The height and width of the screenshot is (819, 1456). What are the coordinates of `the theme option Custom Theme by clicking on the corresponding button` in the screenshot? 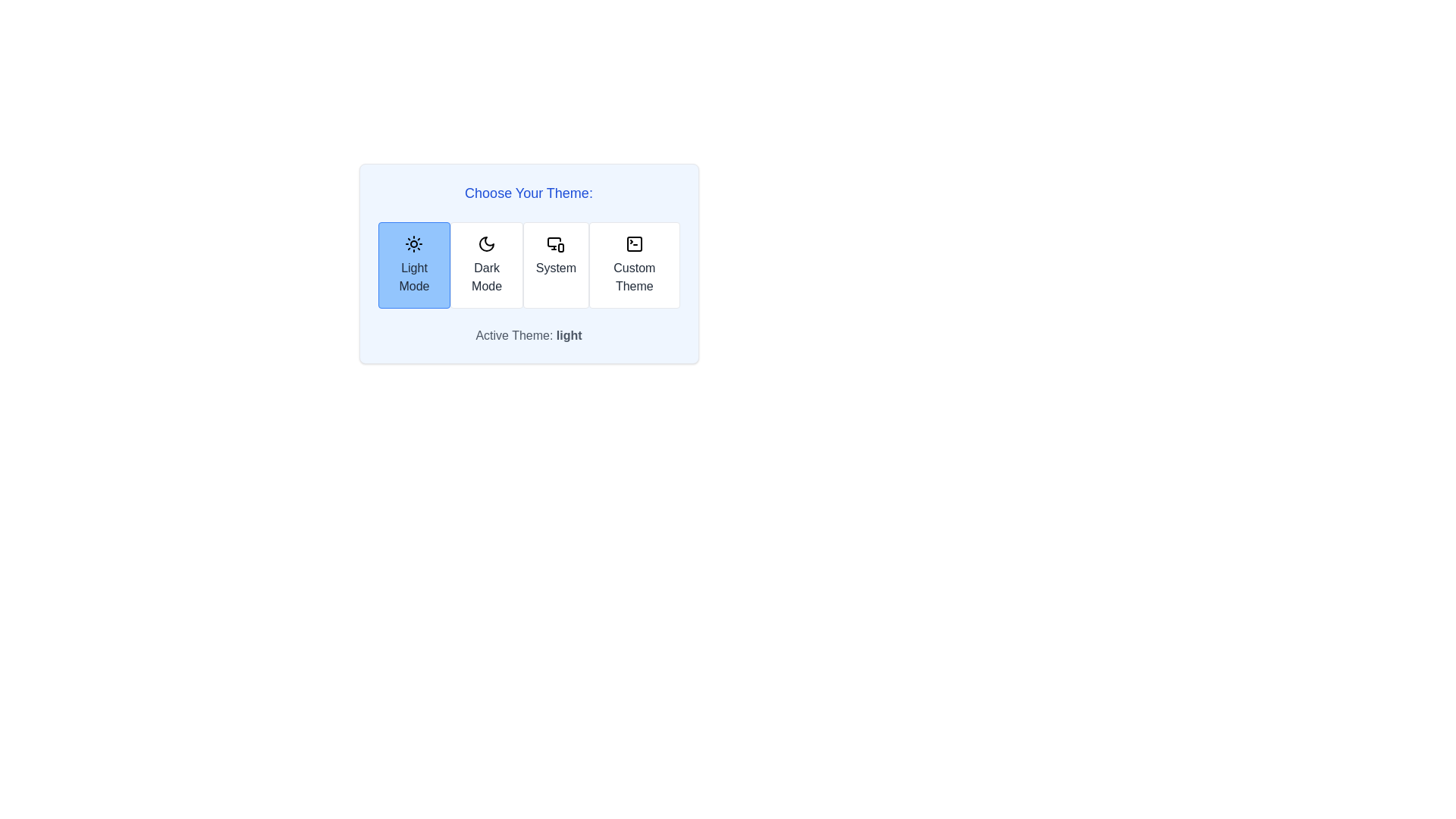 It's located at (634, 265).